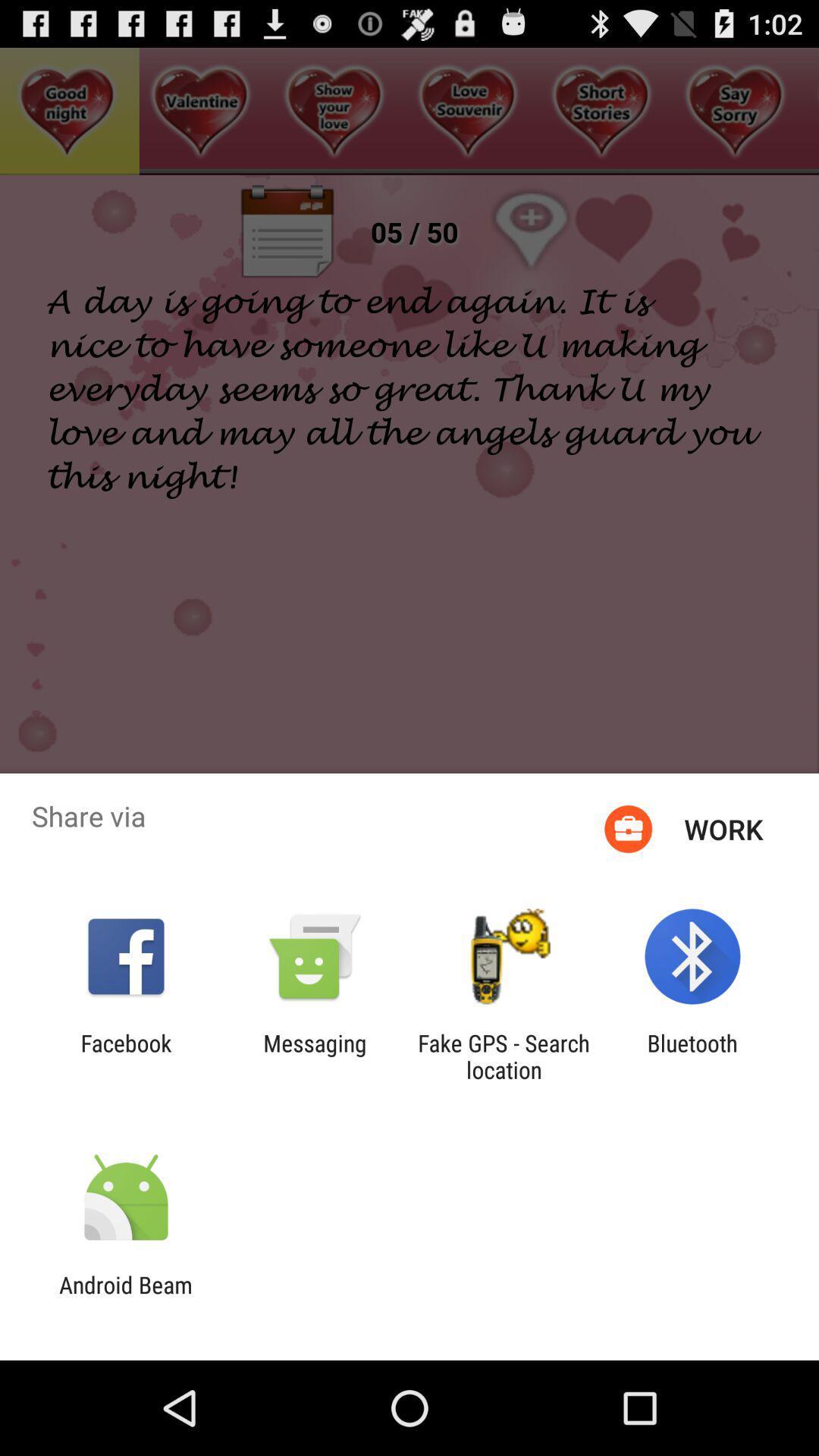 The image size is (819, 1456). I want to click on messaging, so click(314, 1056).